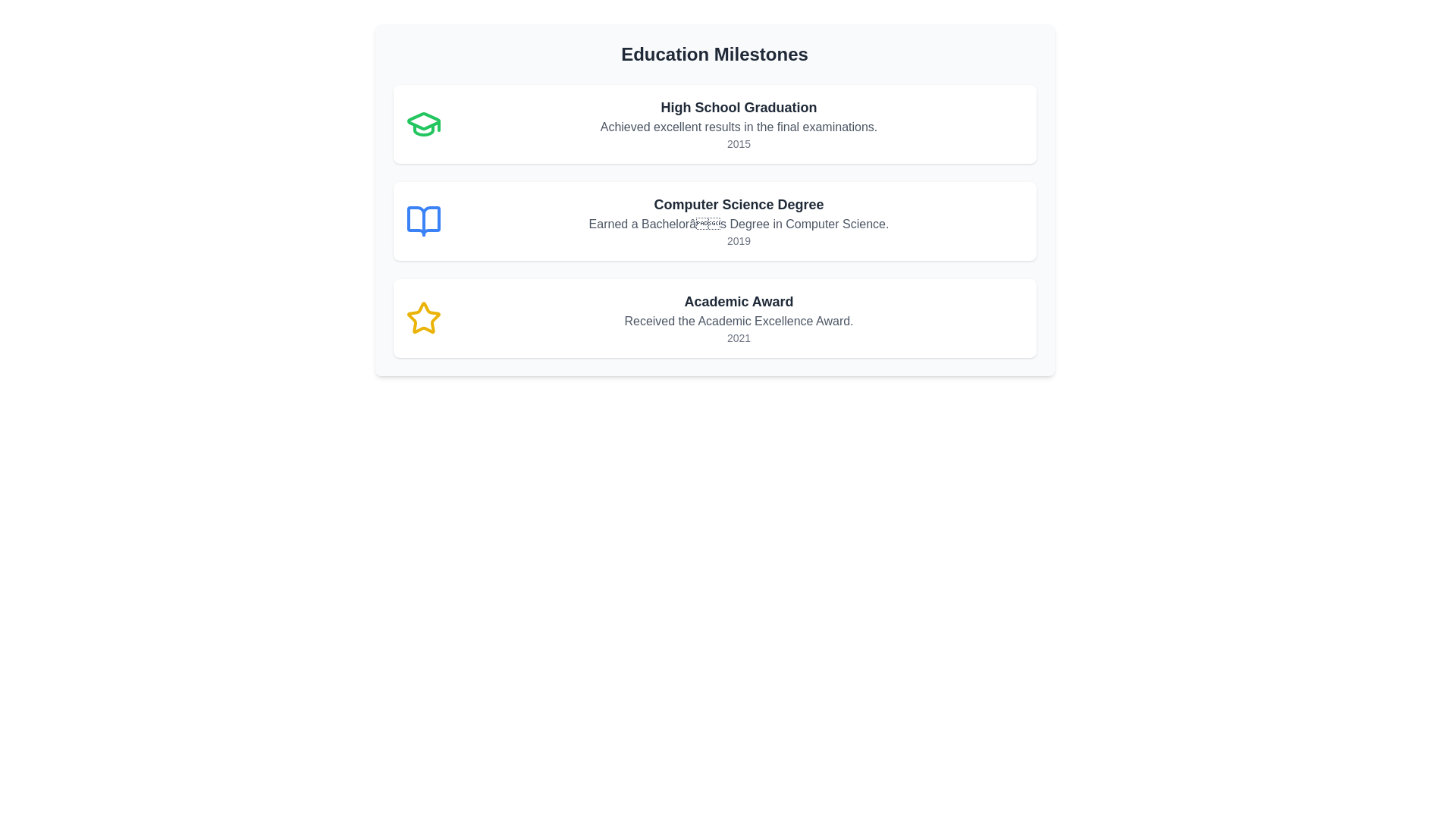 This screenshot has width=1456, height=819. I want to click on the 'Academic Award' text block to emphasize the text, which includes a bold title, a descriptive sentence, and a year, positioned in the third entry of the 'Education Milestones' list, so click(739, 318).